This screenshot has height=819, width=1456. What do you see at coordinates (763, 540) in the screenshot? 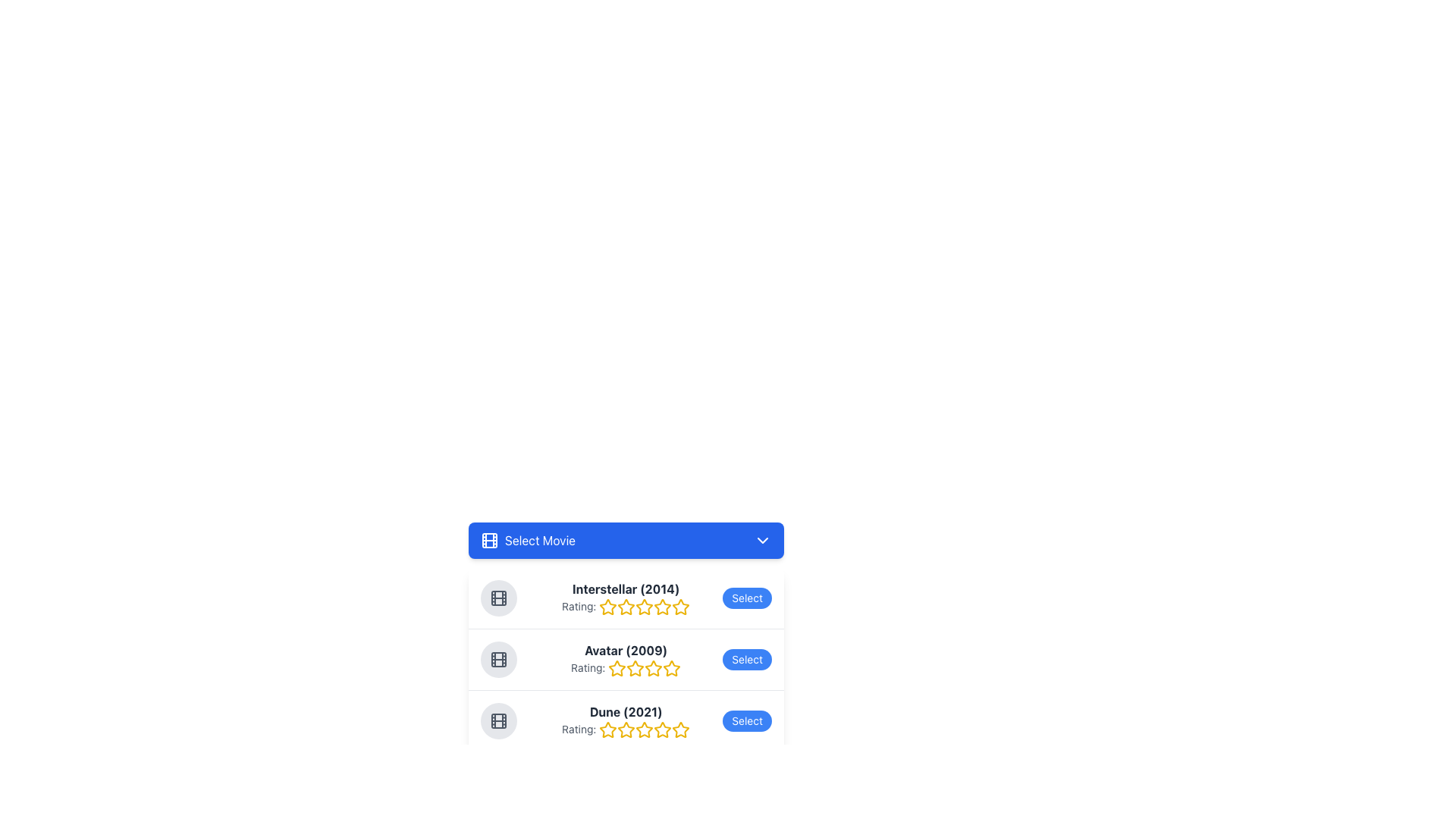
I see `the toggle icon located at the rightmost edge of the 'Select Movie' section` at bounding box center [763, 540].